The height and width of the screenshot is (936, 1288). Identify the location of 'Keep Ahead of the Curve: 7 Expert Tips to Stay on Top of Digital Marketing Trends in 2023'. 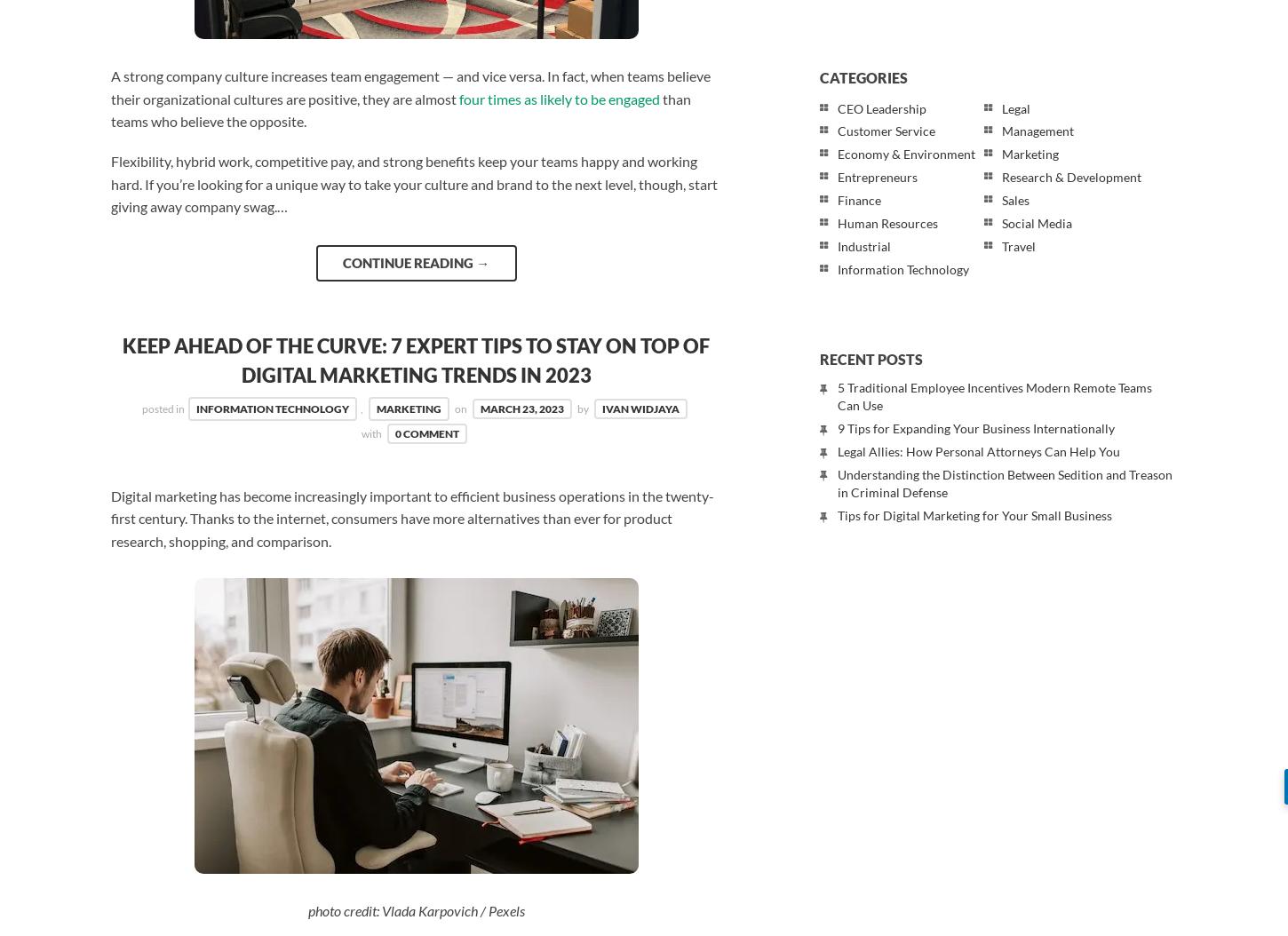
(415, 359).